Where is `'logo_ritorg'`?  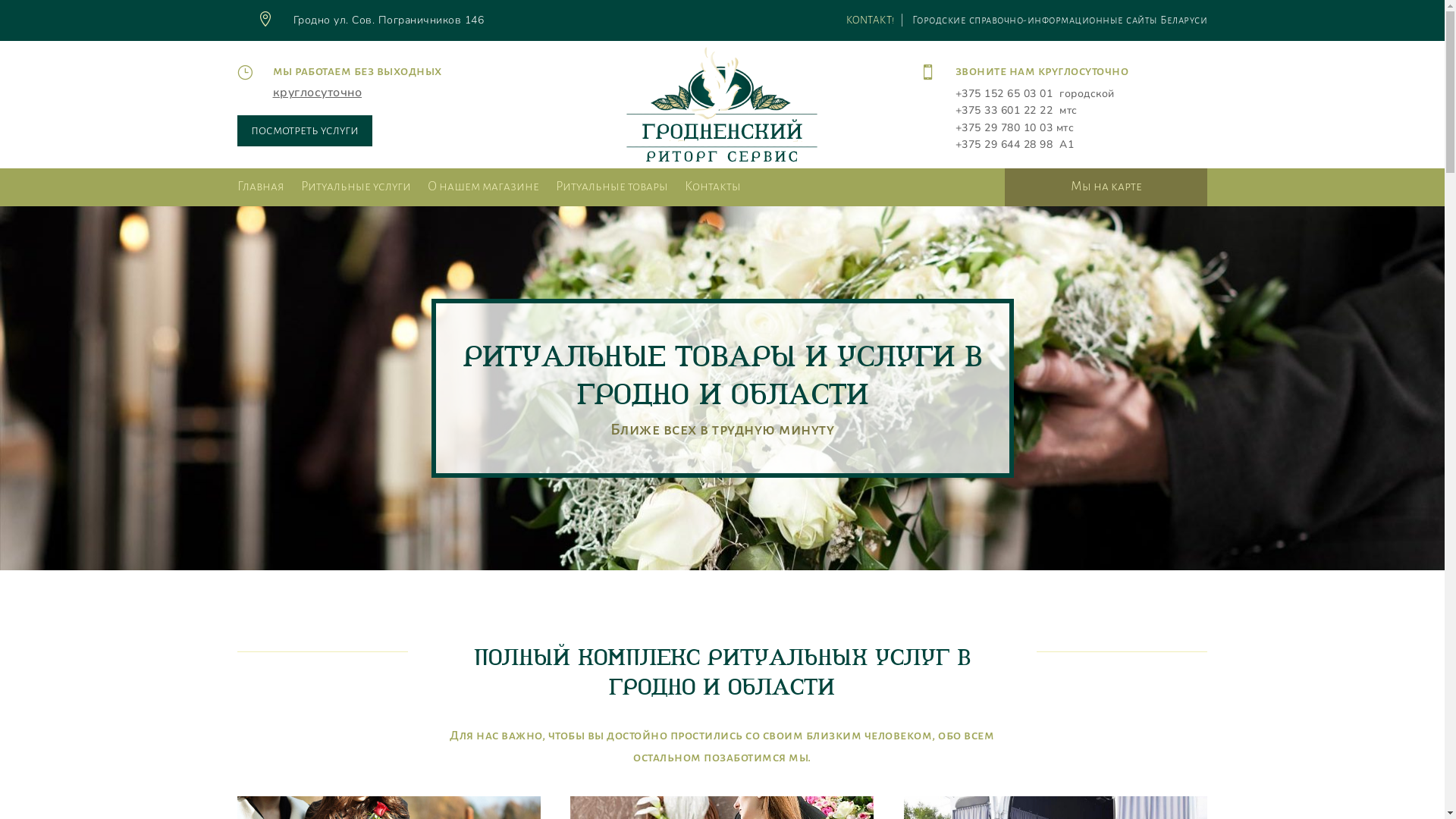 'logo_ritorg' is located at coordinates (720, 104).